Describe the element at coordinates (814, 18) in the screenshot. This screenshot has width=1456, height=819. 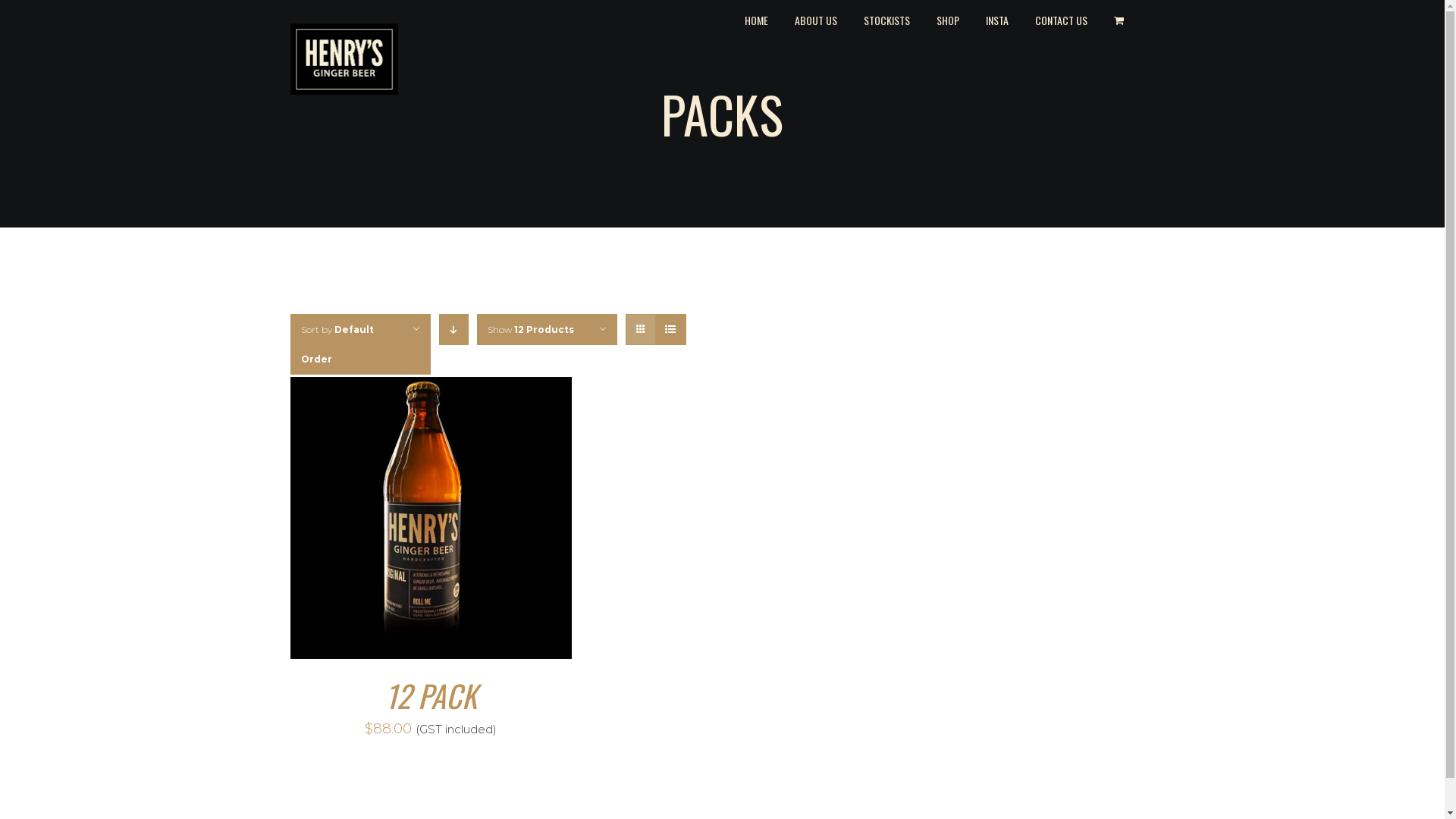
I see `'ABOUT US'` at that location.